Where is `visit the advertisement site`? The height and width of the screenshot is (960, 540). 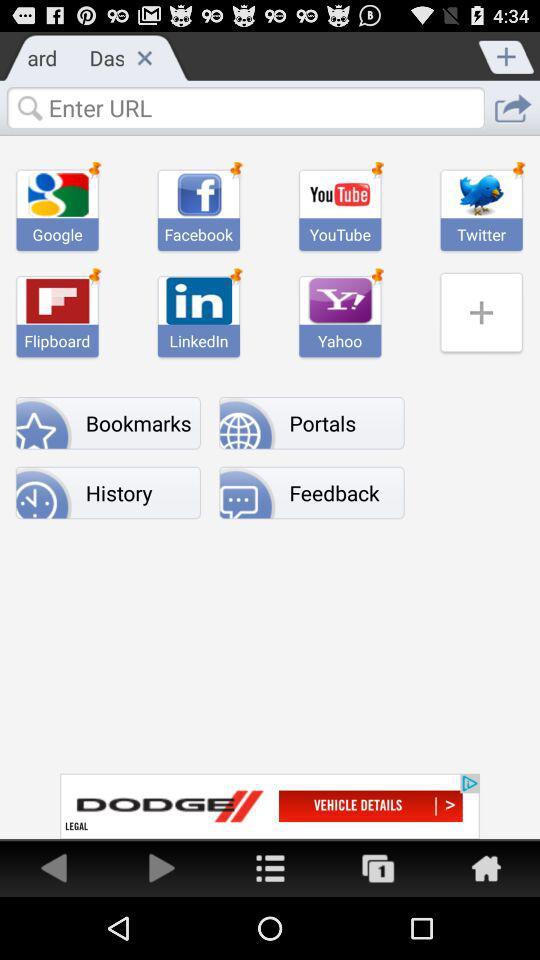 visit the advertisement site is located at coordinates (270, 806).